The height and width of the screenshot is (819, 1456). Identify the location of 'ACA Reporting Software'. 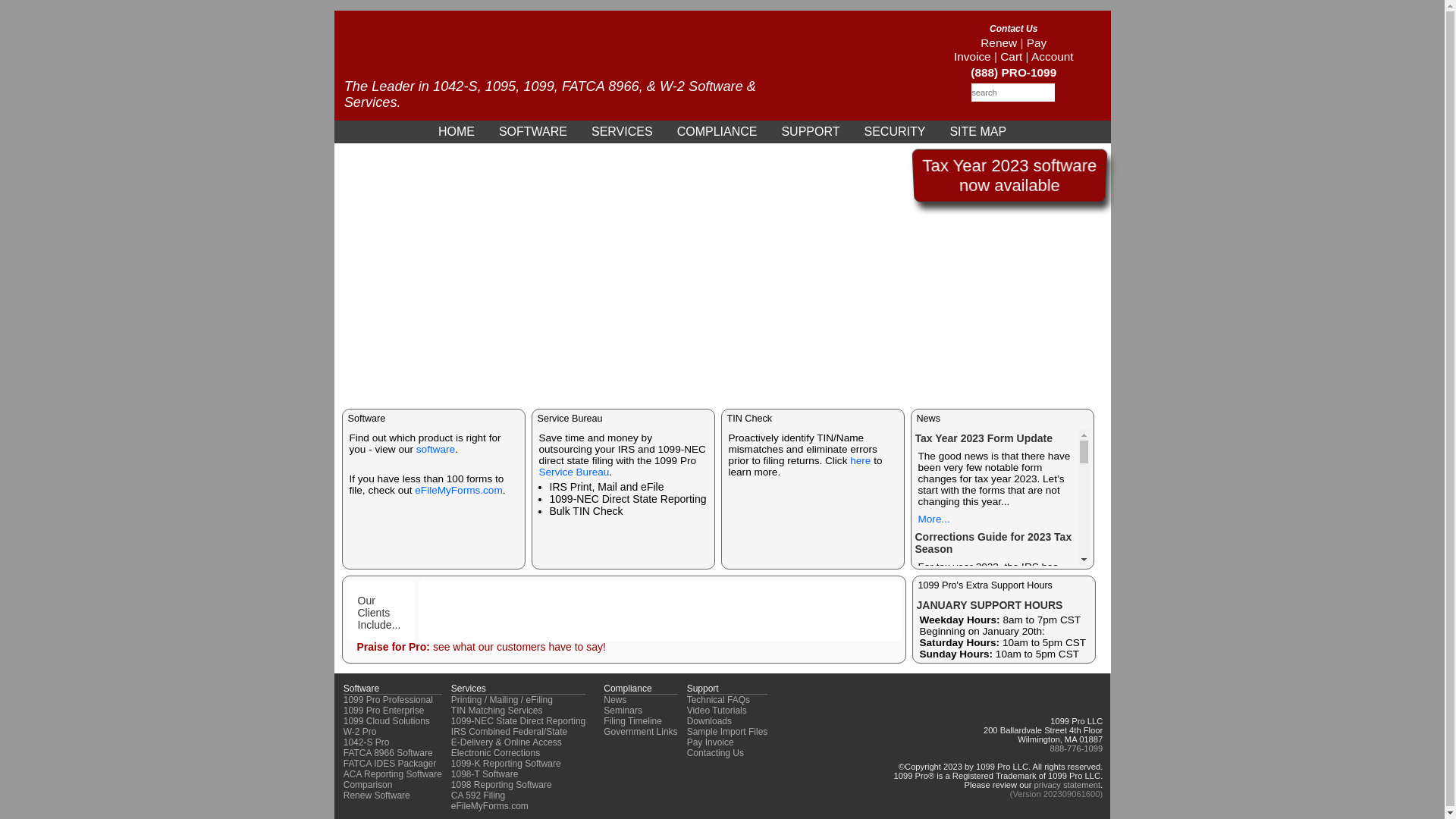
(393, 774).